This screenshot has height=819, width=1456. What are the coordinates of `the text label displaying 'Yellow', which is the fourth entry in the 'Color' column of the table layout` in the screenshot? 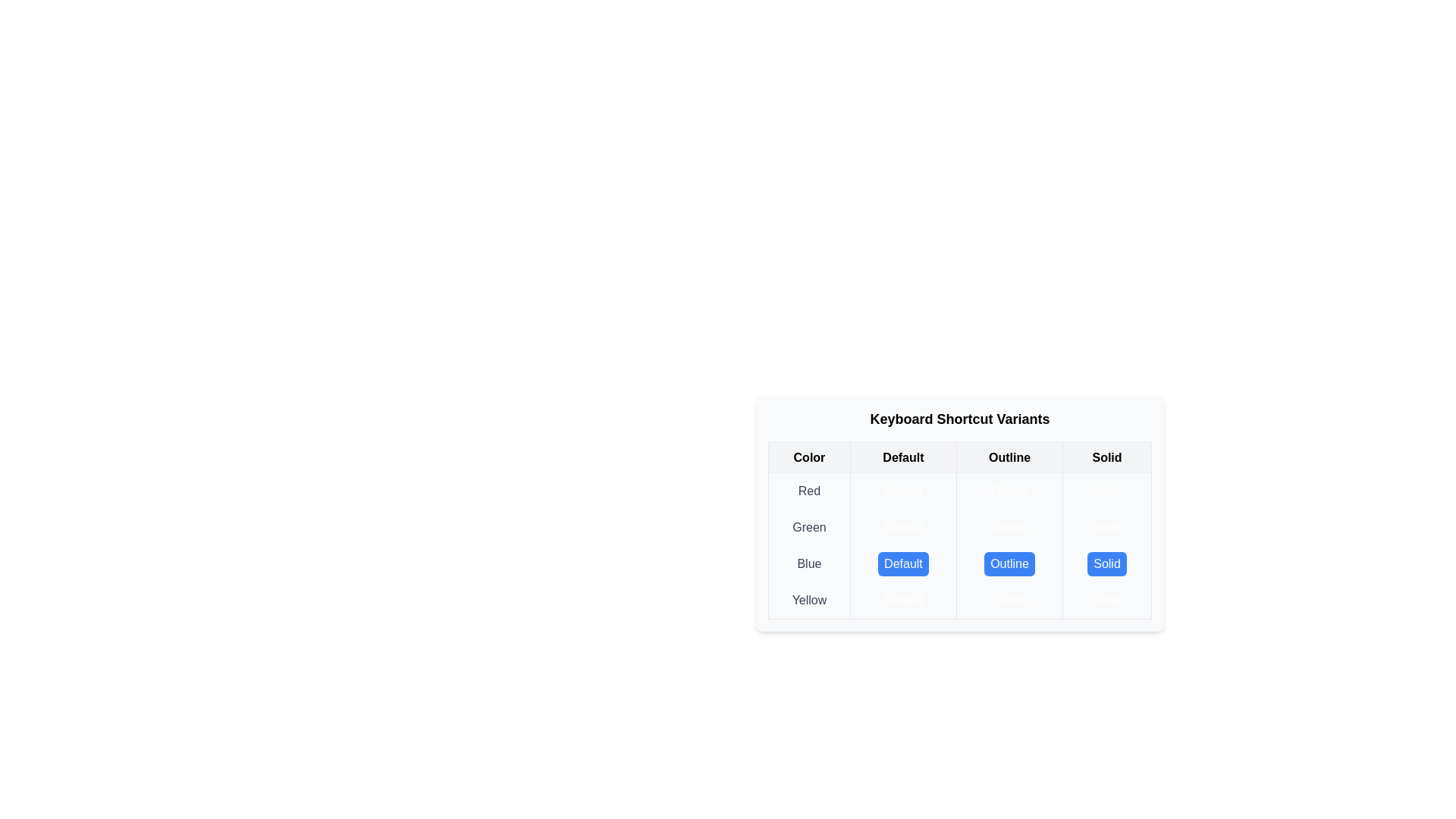 It's located at (808, 600).